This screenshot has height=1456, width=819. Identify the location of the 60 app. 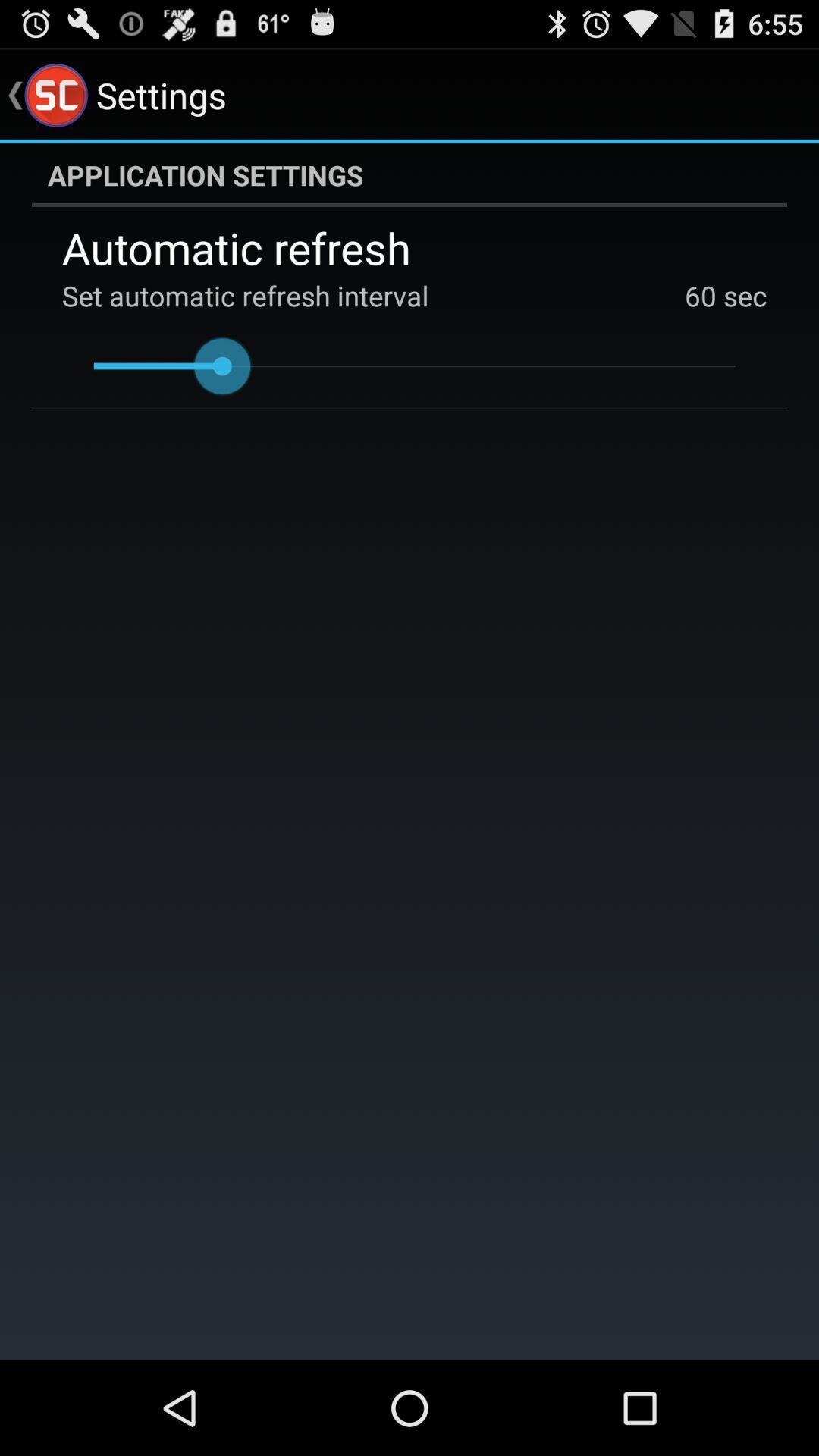
(701, 295).